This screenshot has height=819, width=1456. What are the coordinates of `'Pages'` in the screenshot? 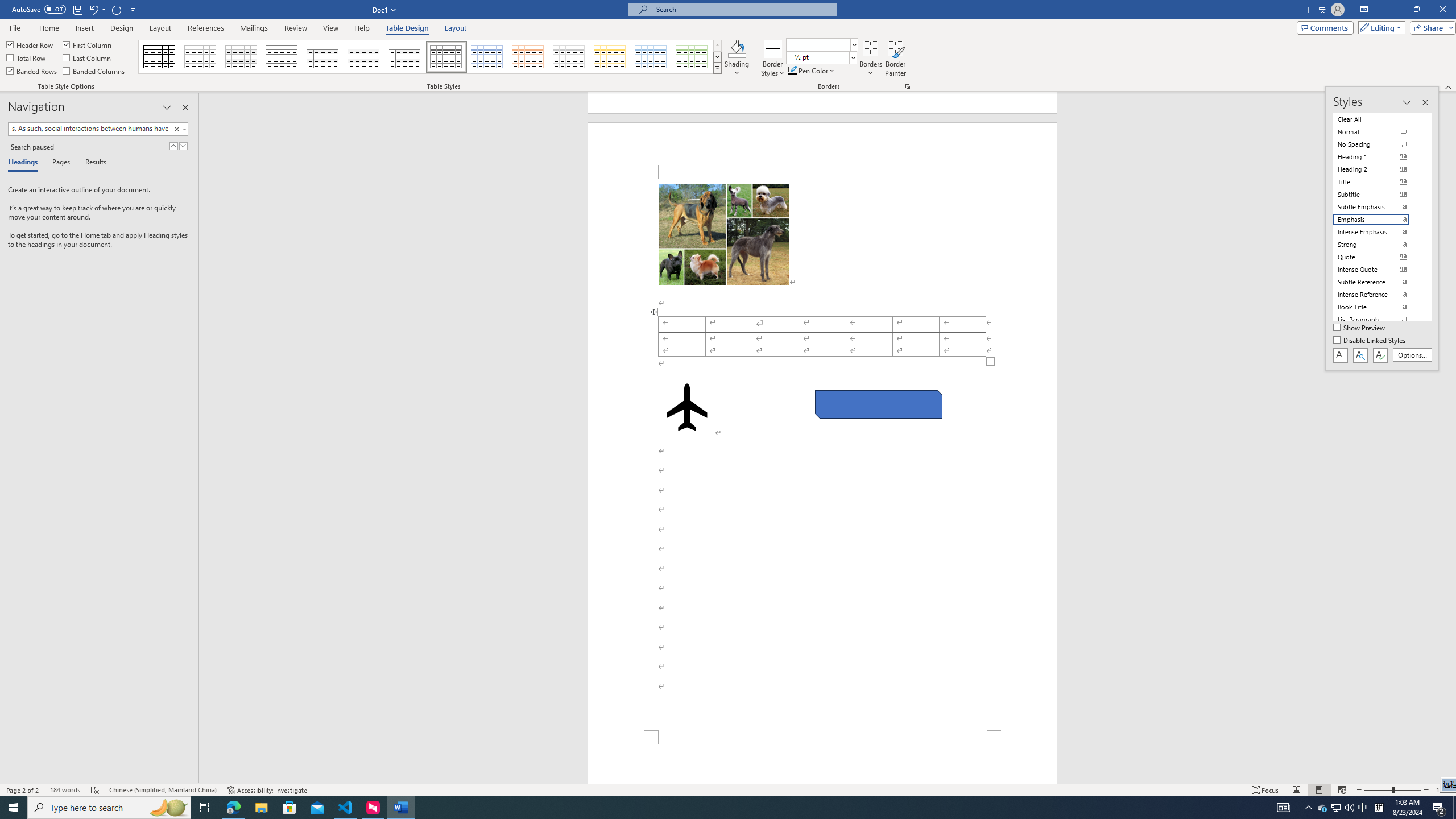 It's located at (59, 163).